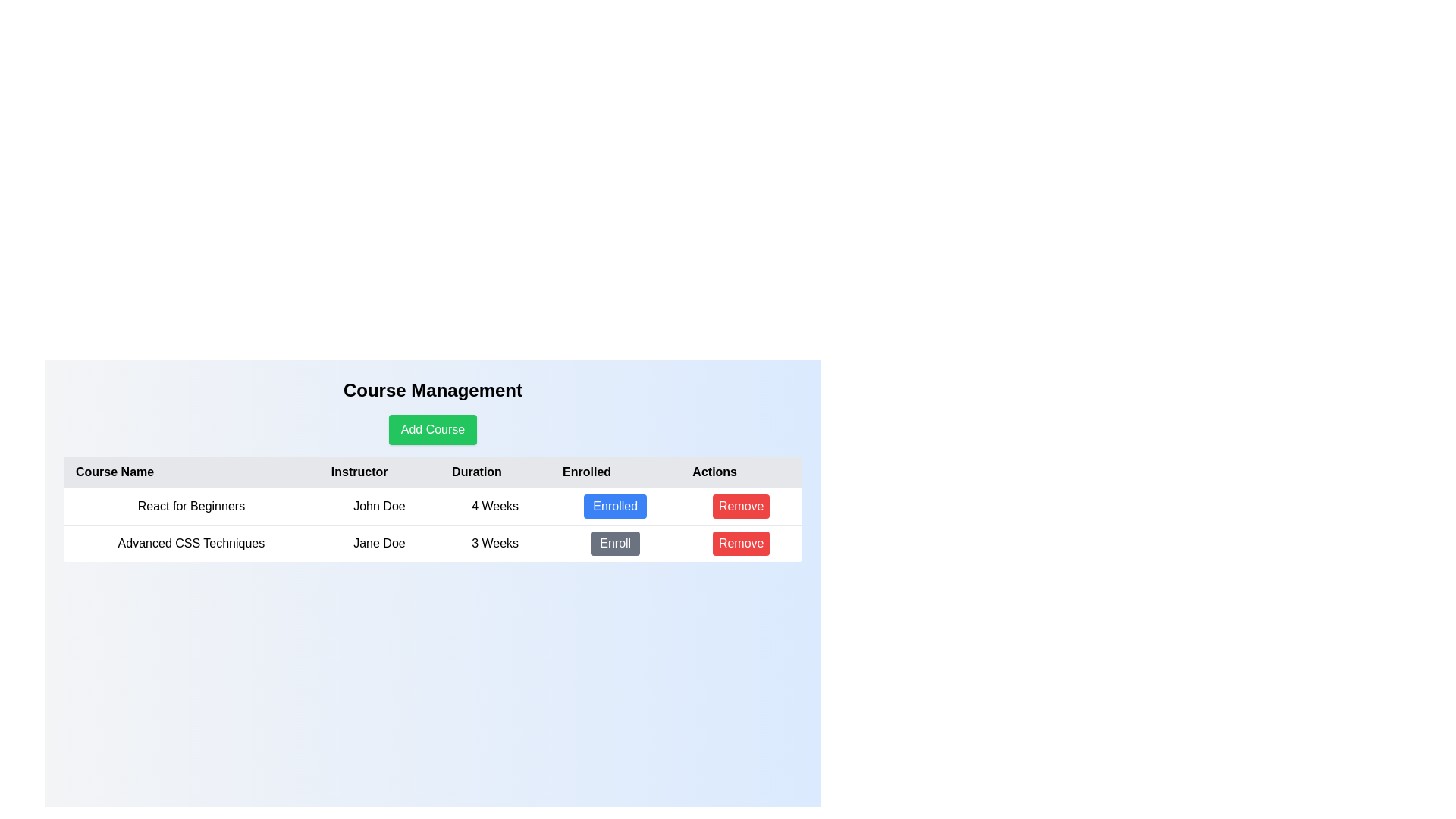  What do you see at coordinates (495, 506) in the screenshot?
I see `the Text Label displaying '4 Weeks' in the Duration column of the course table` at bounding box center [495, 506].